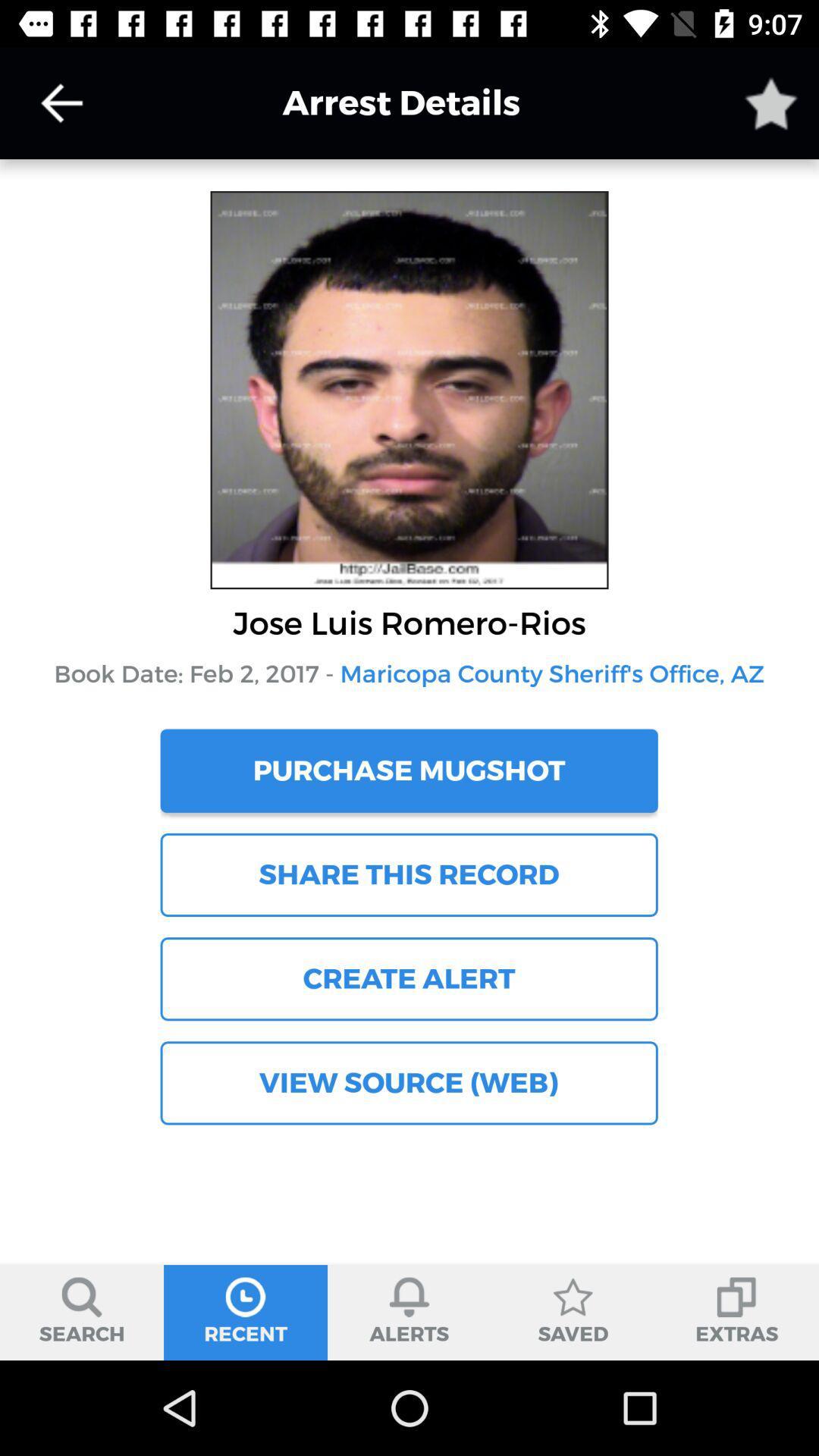 This screenshot has height=1456, width=819. Describe the element at coordinates (408, 1082) in the screenshot. I see `view source (web) icon` at that location.